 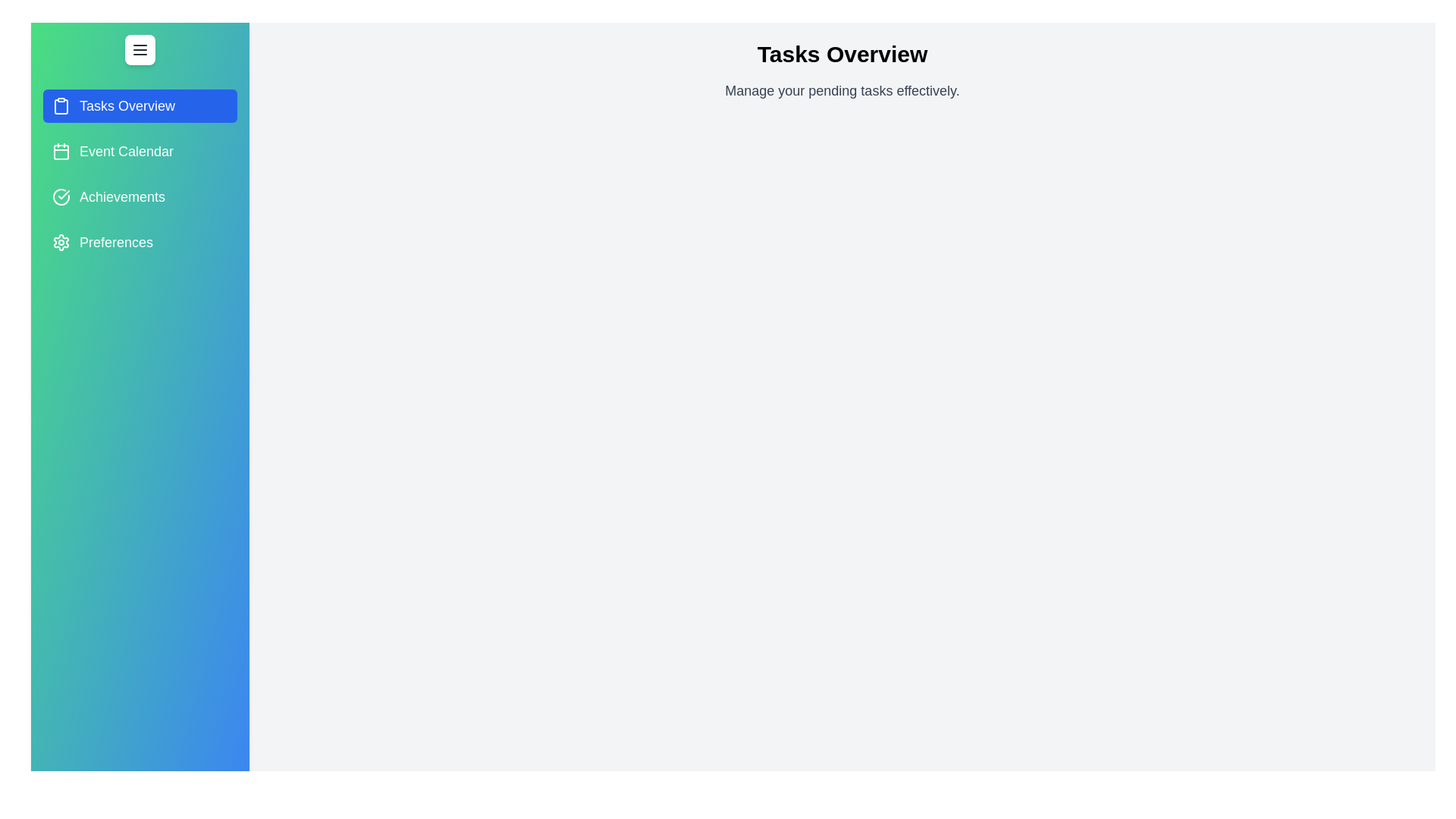 What do you see at coordinates (140, 105) in the screenshot?
I see `the tab Tasks Overview to preview its interaction effects` at bounding box center [140, 105].